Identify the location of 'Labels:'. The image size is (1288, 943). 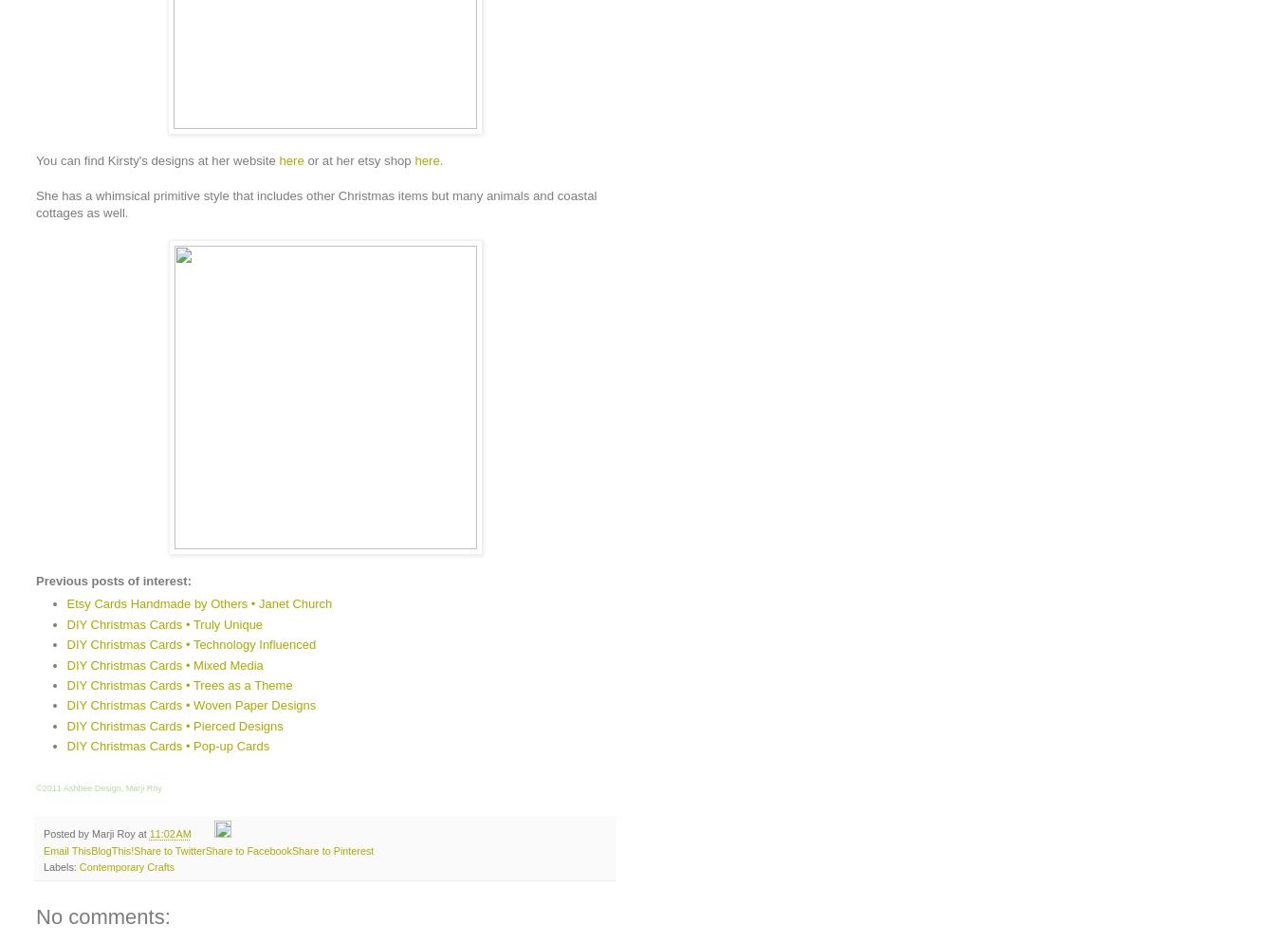
(61, 865).